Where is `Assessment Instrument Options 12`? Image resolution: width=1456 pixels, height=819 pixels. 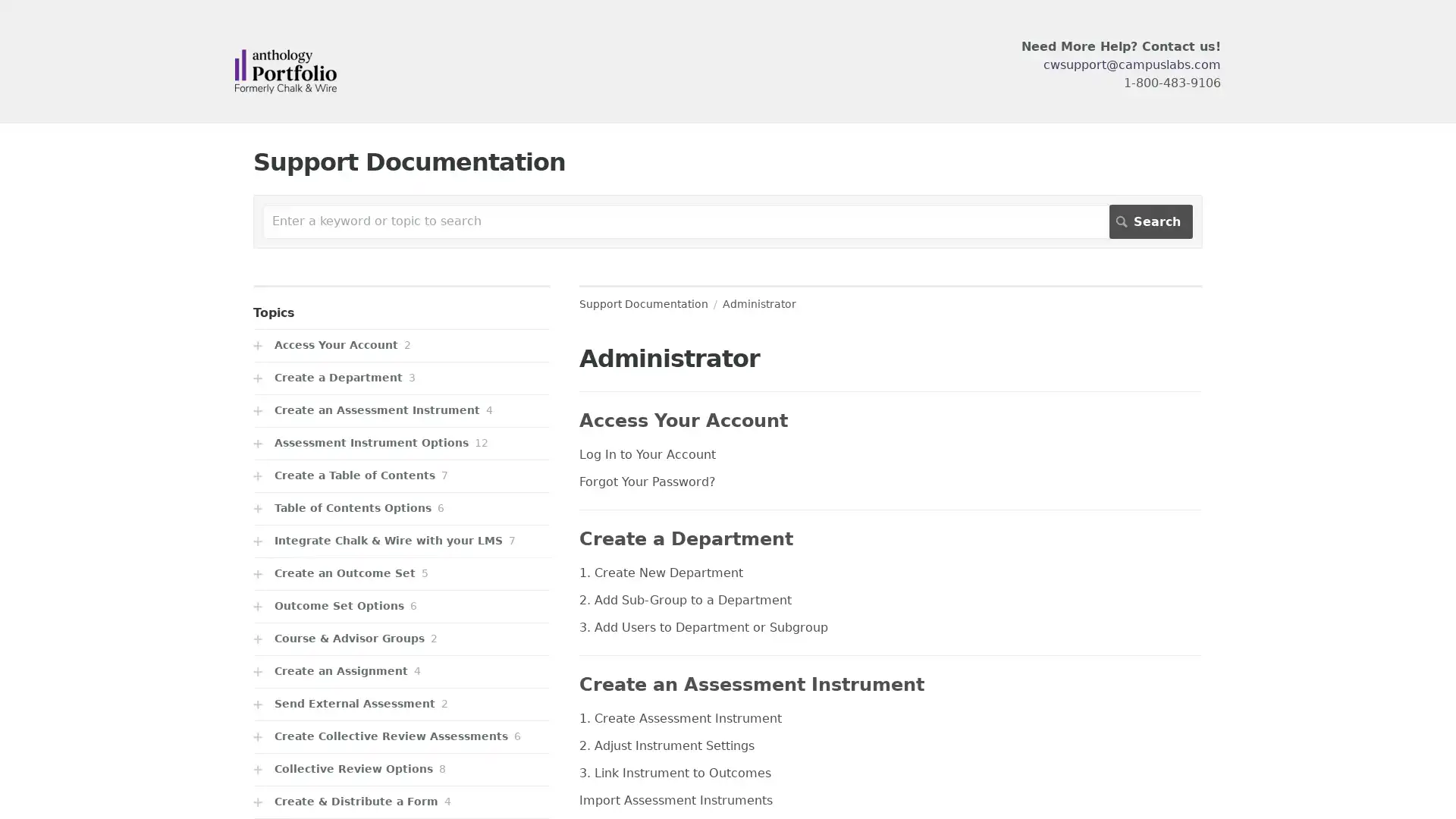
Assessment Instrument Options 12 is located at coordinates (401, 443).